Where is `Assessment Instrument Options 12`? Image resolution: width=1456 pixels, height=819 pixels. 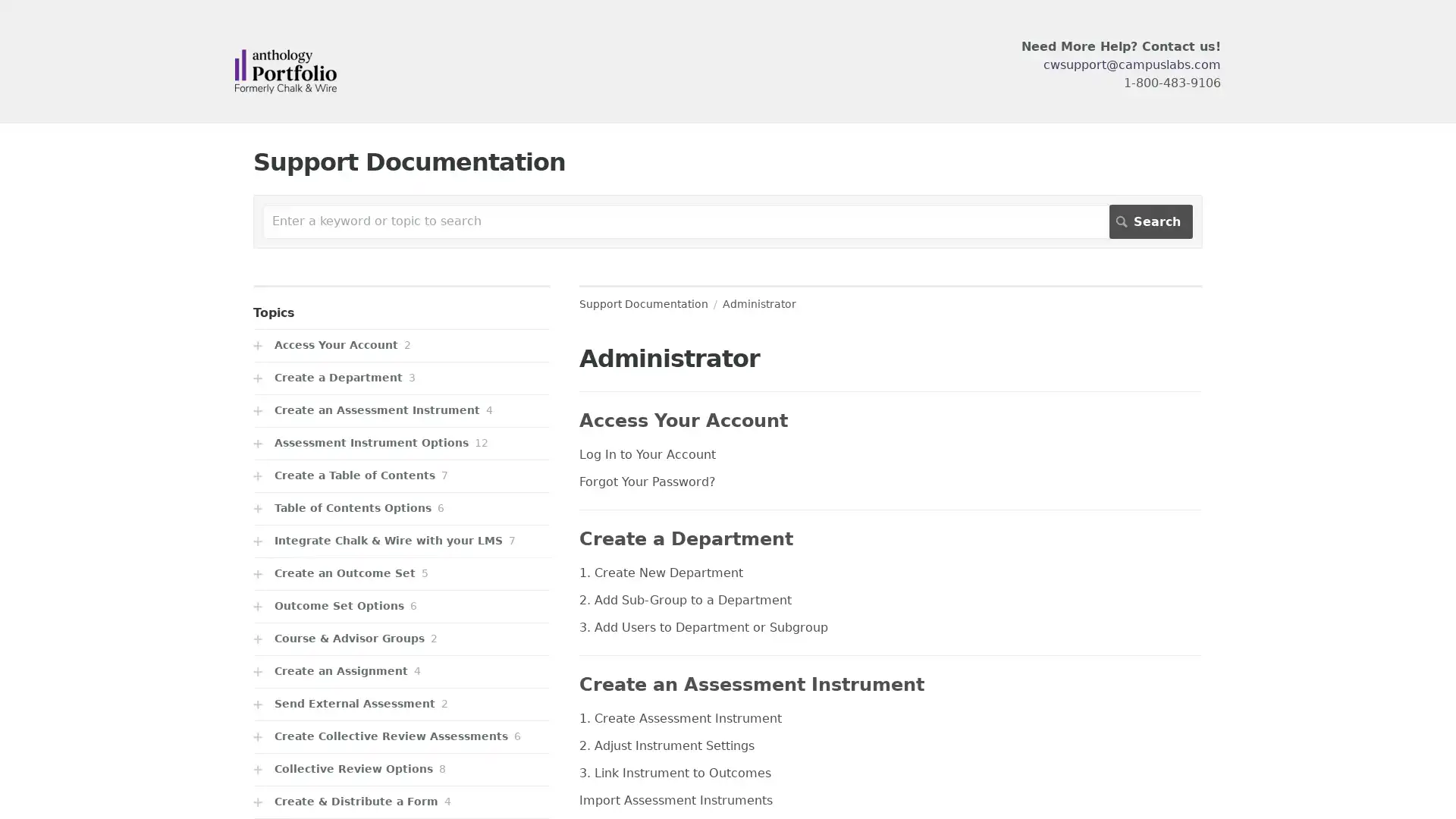
Assessment Instrument Options 12 is located at coordinates (401, 443).